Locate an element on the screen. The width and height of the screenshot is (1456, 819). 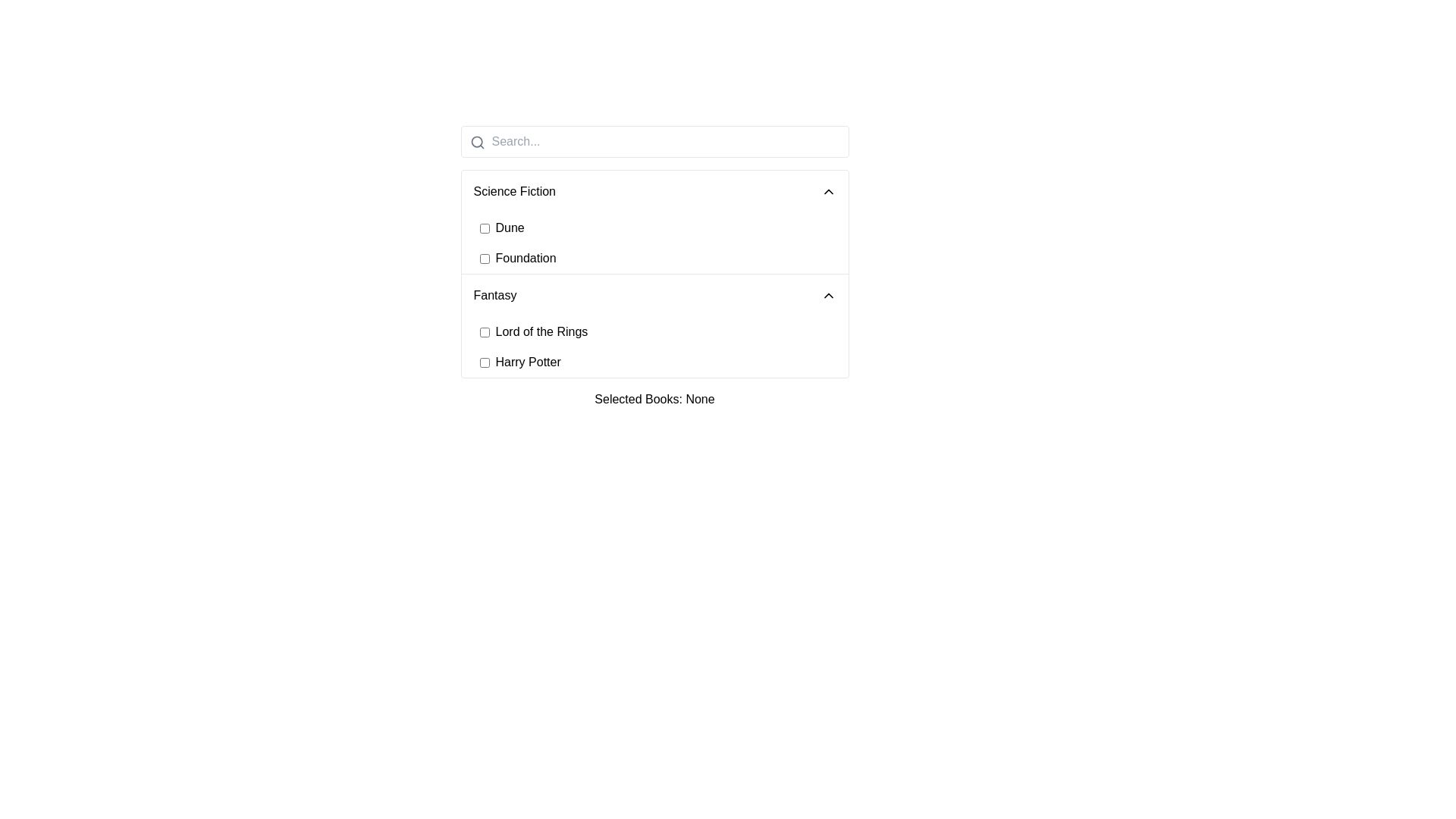
the checkbox for the 'Lord of the Rings' selection list item located is located at coordinates (664, 331).